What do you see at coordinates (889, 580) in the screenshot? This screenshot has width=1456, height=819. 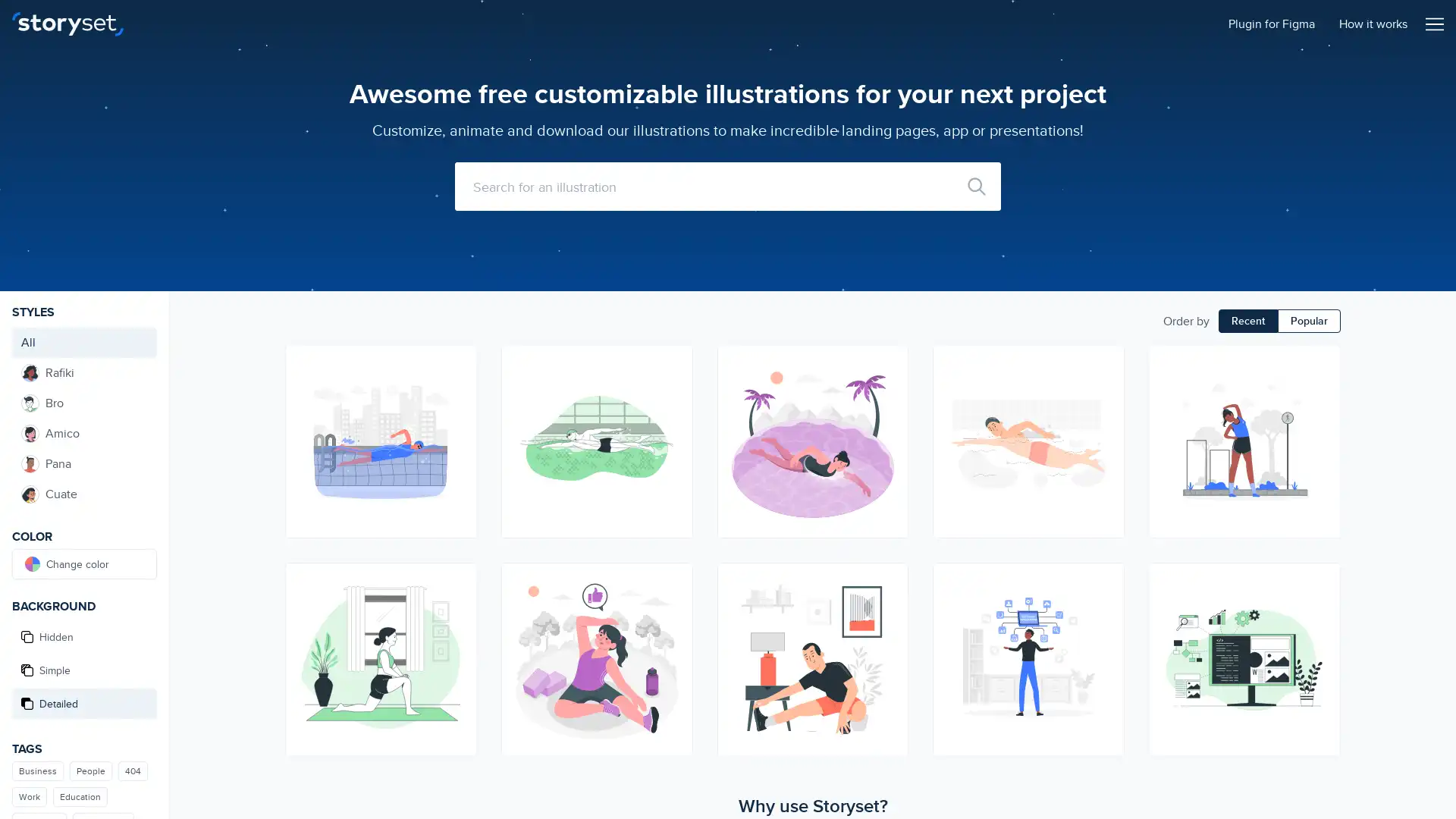 I see `wand icon Animate` at bounding box center [889, 580].